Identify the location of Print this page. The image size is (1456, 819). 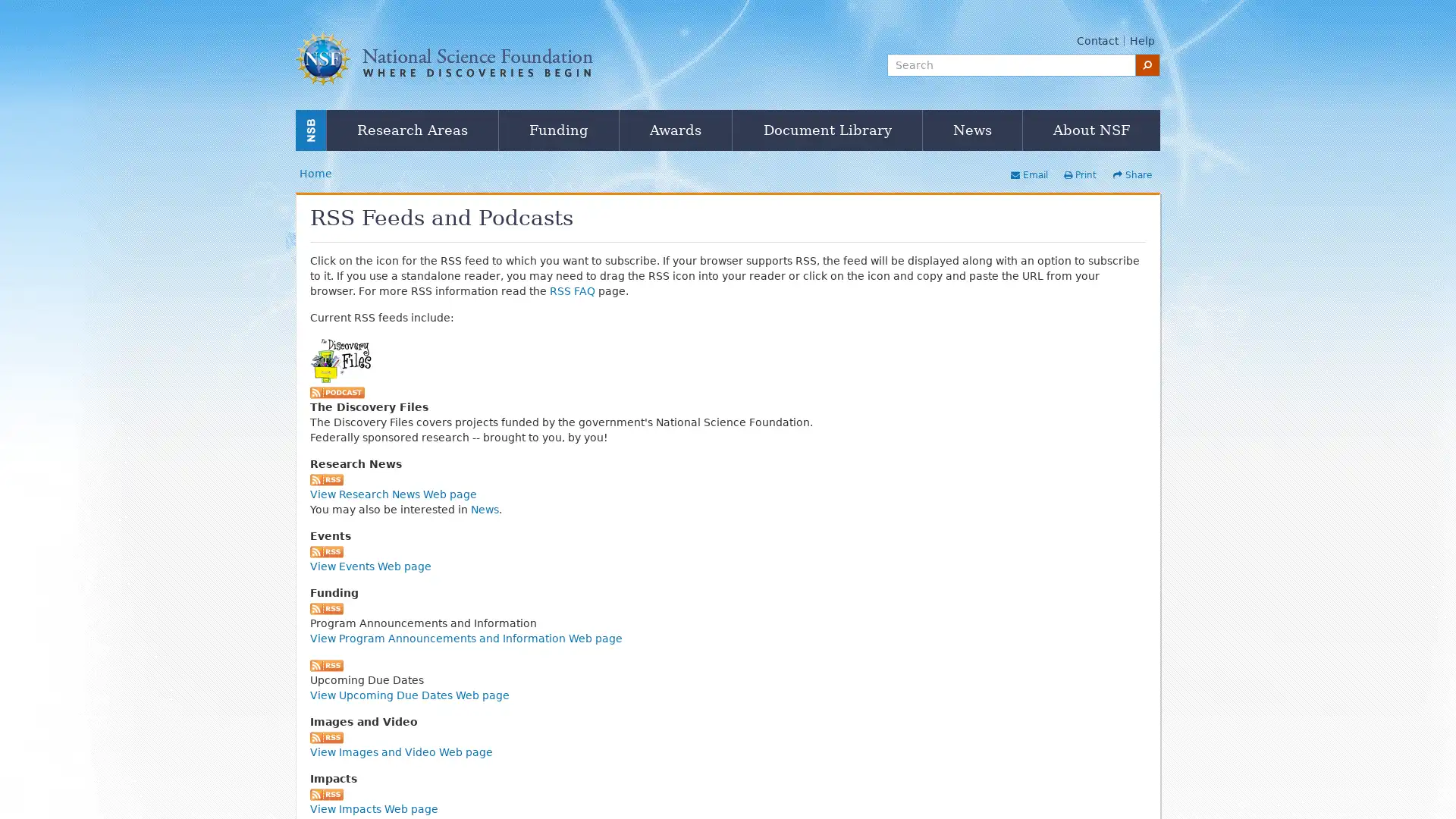
(1079, 174).